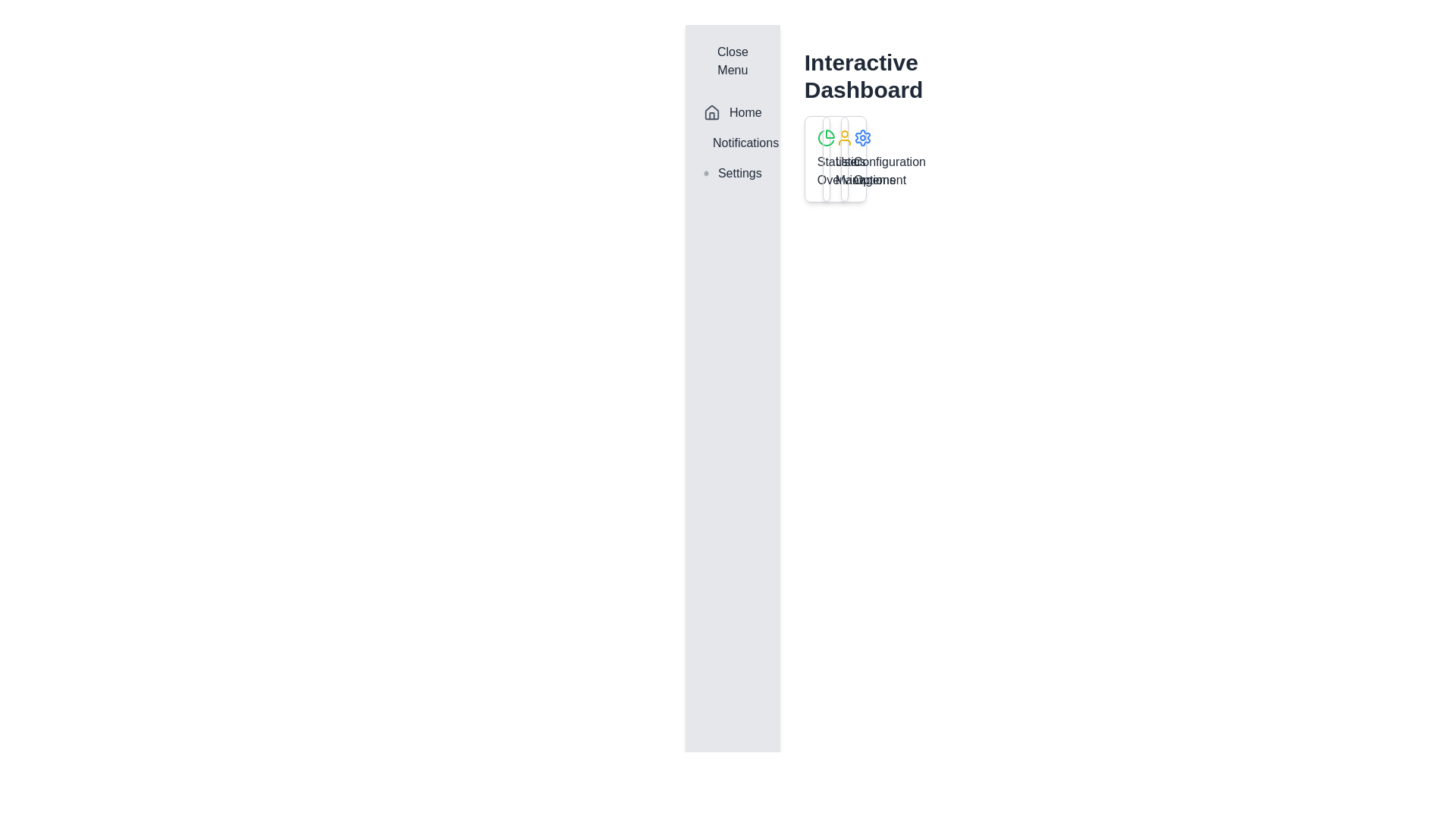 Image resolution: width=1456 pixels, height=819 pixels. Describe the element at coordinates (825, 137) in the screenshot. I see `the green pie chart icon located in the upper-left corner of the 'Statistics Overview' section` at that location.